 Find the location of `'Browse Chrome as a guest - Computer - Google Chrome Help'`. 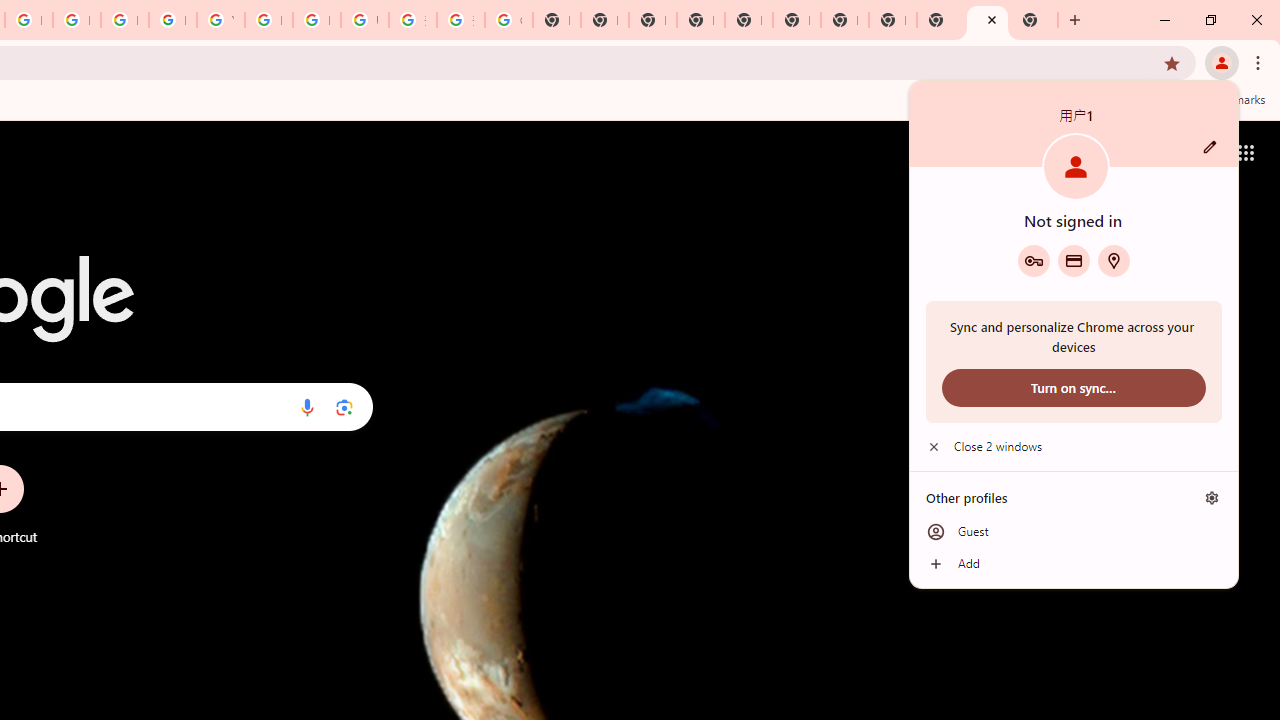

'Browse Chrome as a guest - Computer - Google Chrome Help' is located at coordinates (267, 20).